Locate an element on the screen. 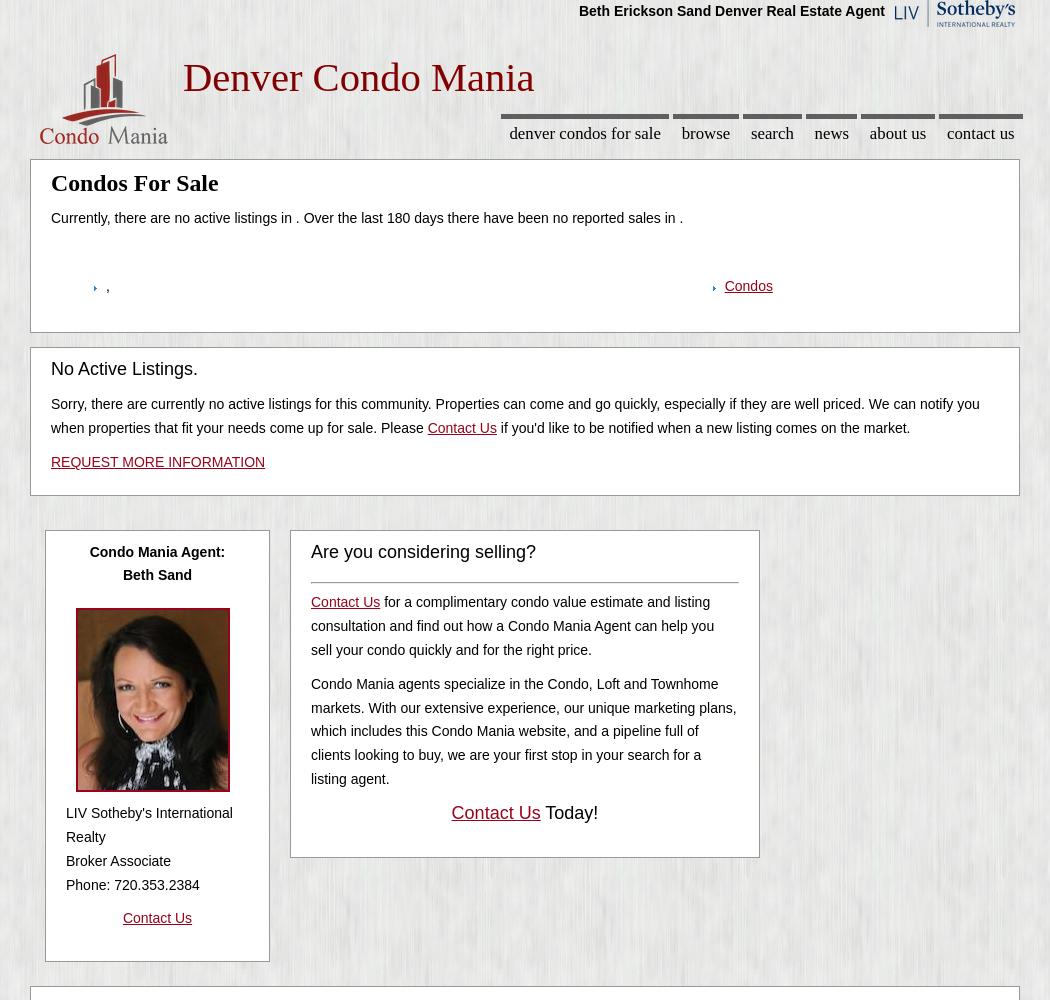 This screenshot has width=1050, height=1000. 'for a complimentary condo value estimate and listing 
						consultation and find out 
						how a Condo Mania Agent can help you sell your condo quickly and 
						for the right price.' is located at coordinates (511, 625).